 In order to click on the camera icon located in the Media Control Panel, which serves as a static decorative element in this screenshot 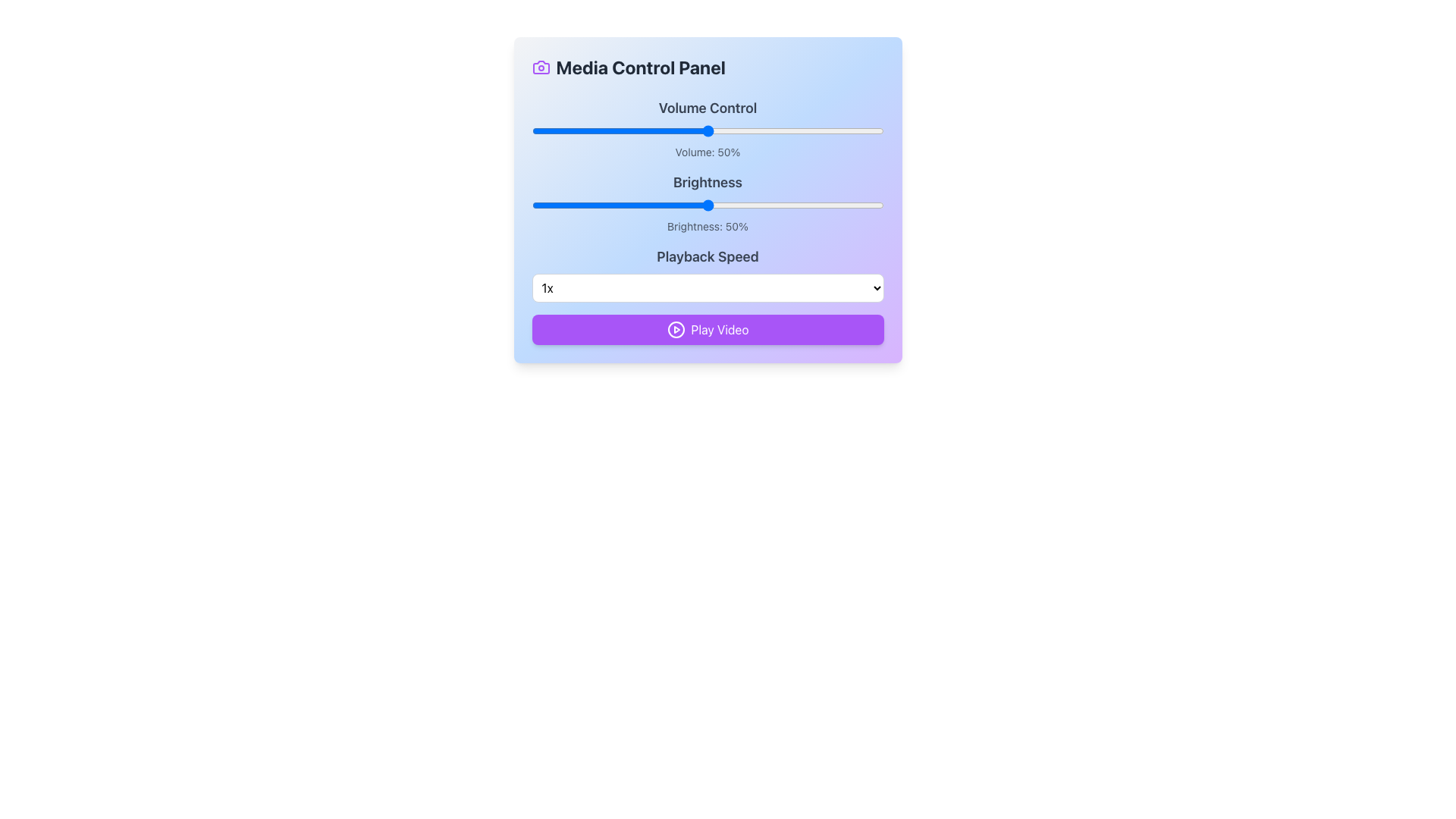, I will do `click(541, 66)`.